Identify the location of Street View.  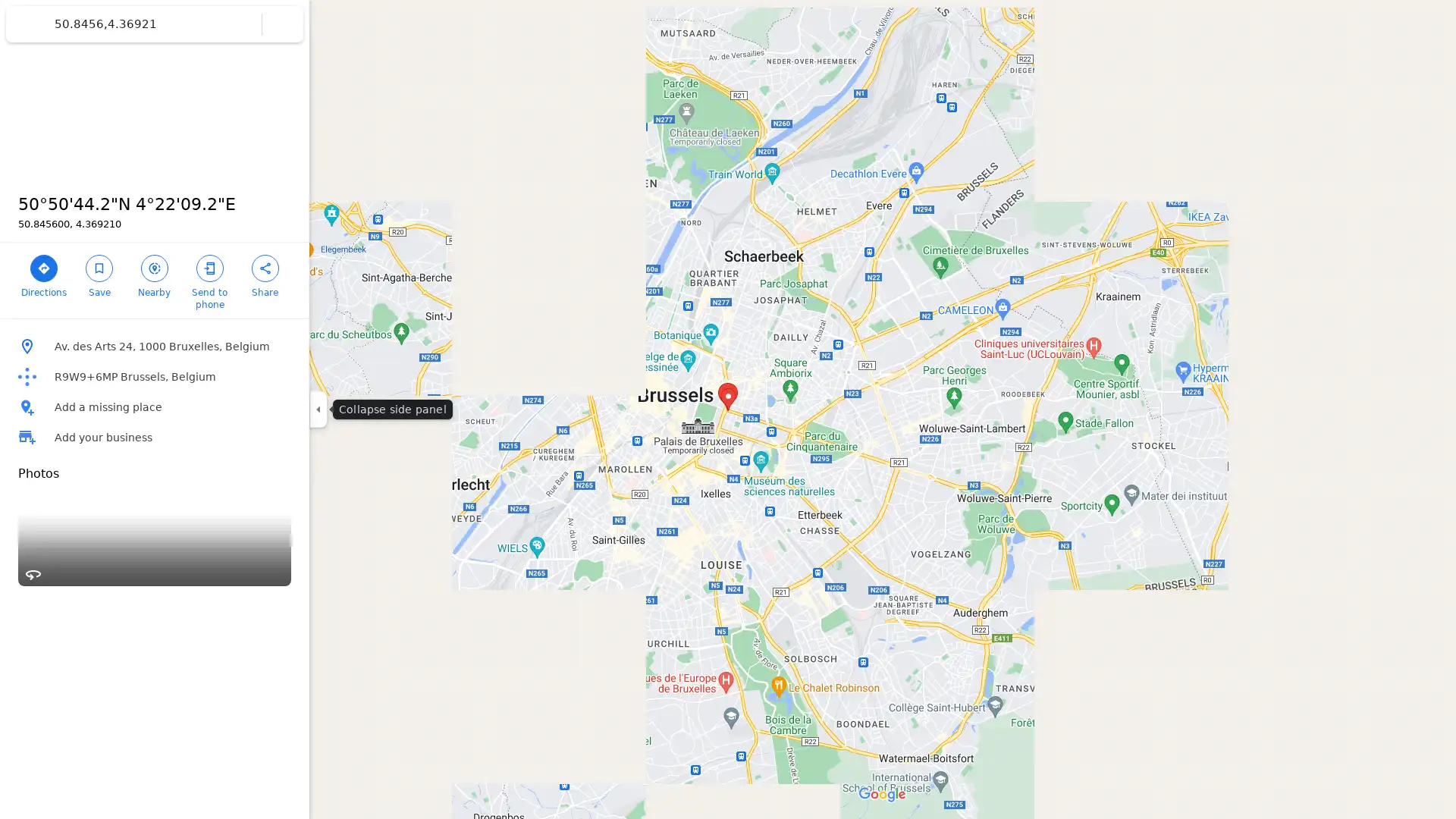
(155, 540).